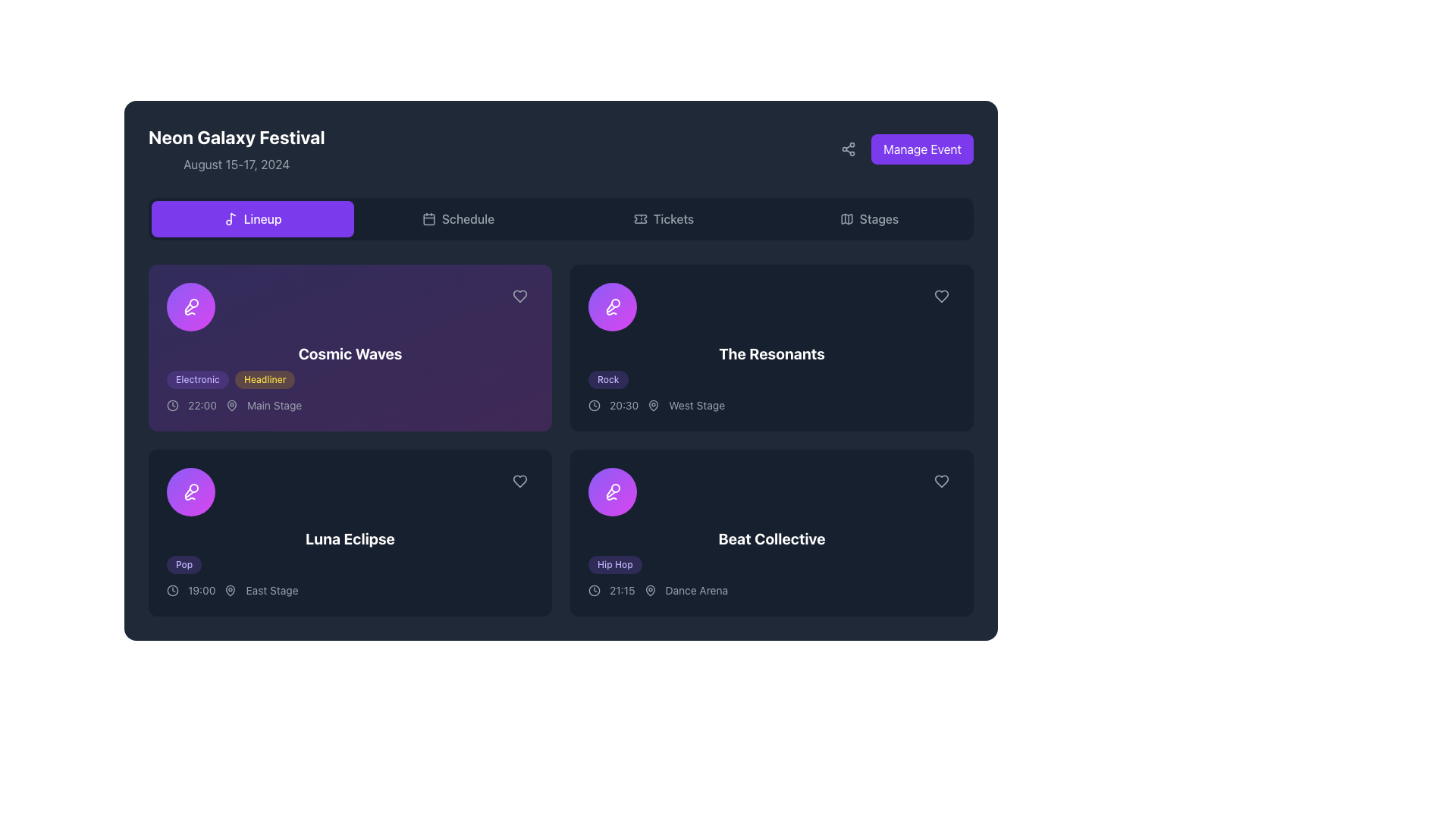  What do you see at coordinates (593, 590) in the screenshot?
I see `the circular segment of the SVG clock icon located in the bottom right quadrant of the interface, near the event card titled 'Beat Collective'` at bounding box center [593, 590].